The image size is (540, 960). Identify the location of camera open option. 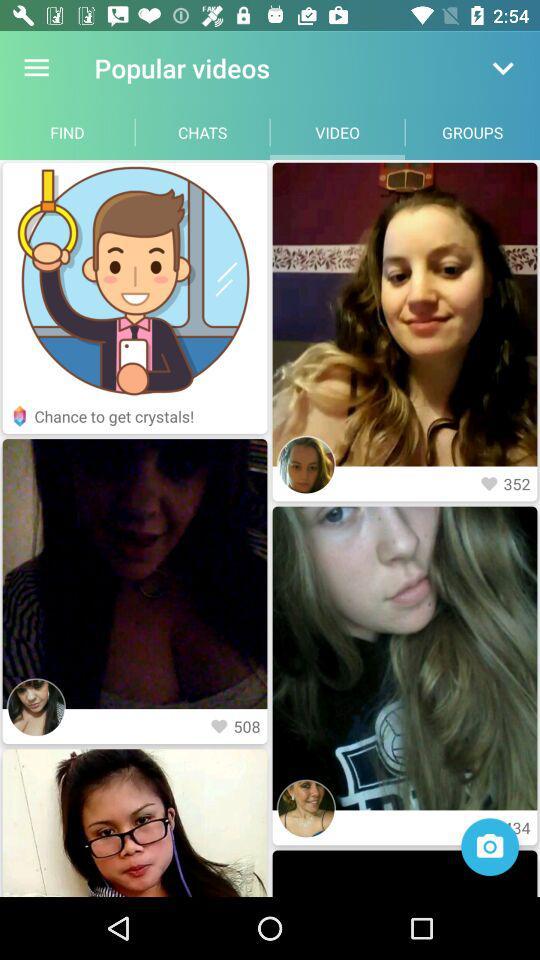
(489, 846).